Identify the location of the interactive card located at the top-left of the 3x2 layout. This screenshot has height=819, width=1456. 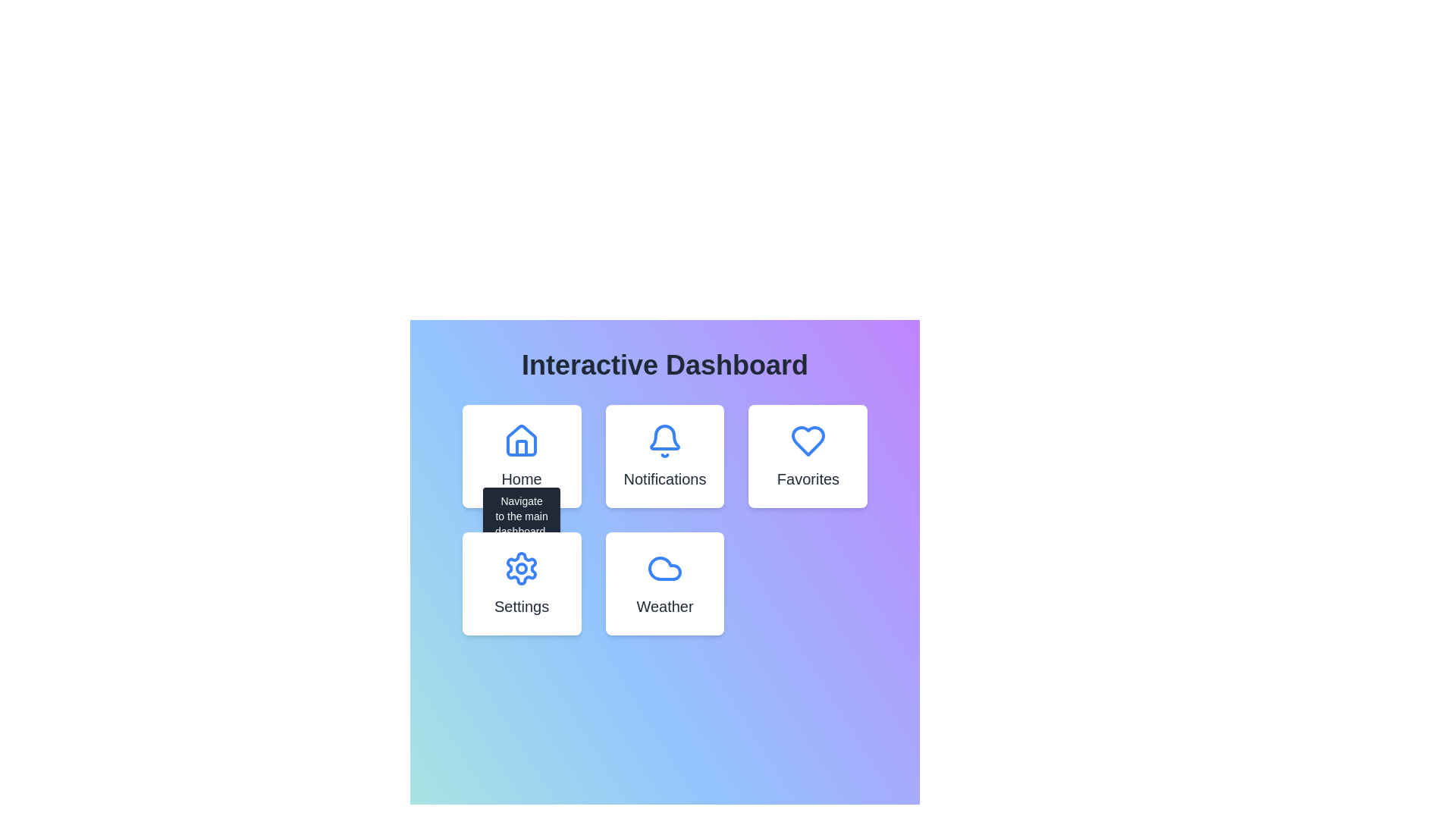
(522, 455).